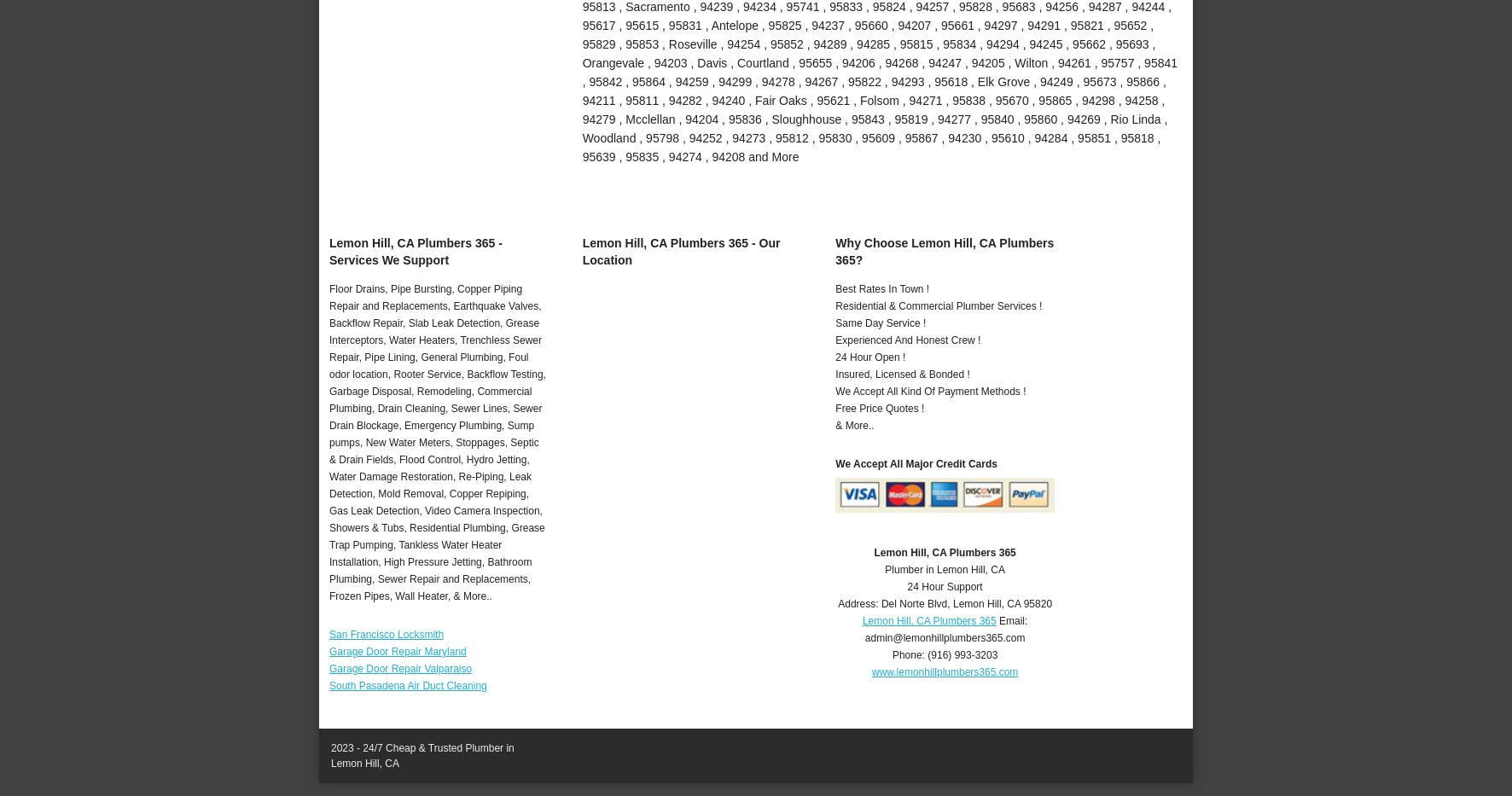 The height and width of the screenshot is (796, 1512). What do you see at coordinates (436, 442) in the screenshot?
I see `'Floor Drains, 
Pipe Bursting, 
Copper Piping Repair and Replacements, 
Earthquake Valves, 
Backflow Repair, 
Slab Leak Detection, 
Grease Interceptors, 
Water Heaters, 
Trenchless Sewer Repair, 
Pipe Lining, 
General Plumbing, 
Foul odor location, 
Rooter Service, 
Backflow Testing, 
Garbage Disposal, 
Remodeling, 
Commercial Plumbing, 
Drain Cleaning, 
Sewer Lines, 
Sewer Drain Blockage, 
Emergency Plumbing, 
Sump pumps, 
New Water Meters, 
Stoppages, 
Septic & Drain Fields, 
Flood Control, 
Hydro Jetting, 
Water Damage Restoration, 
Re-Piping, 
Leak Detection, 
Mold Removal, 
Copper Repiping, 
Gas Leak Detection, 
Video Camera Inspection, 
Showers & Tubs, 
Residential Plumbing, 
Grease Trap Pumping, 
Tankless Water Heater Installation, 
High Pressure Jetting, 
Bathroom Plumbing, 
Sewer Repair and Replacements, 
Frozen Pipes, 
Wall Heater, 
 & More..'` at bounding box center [436, 442].